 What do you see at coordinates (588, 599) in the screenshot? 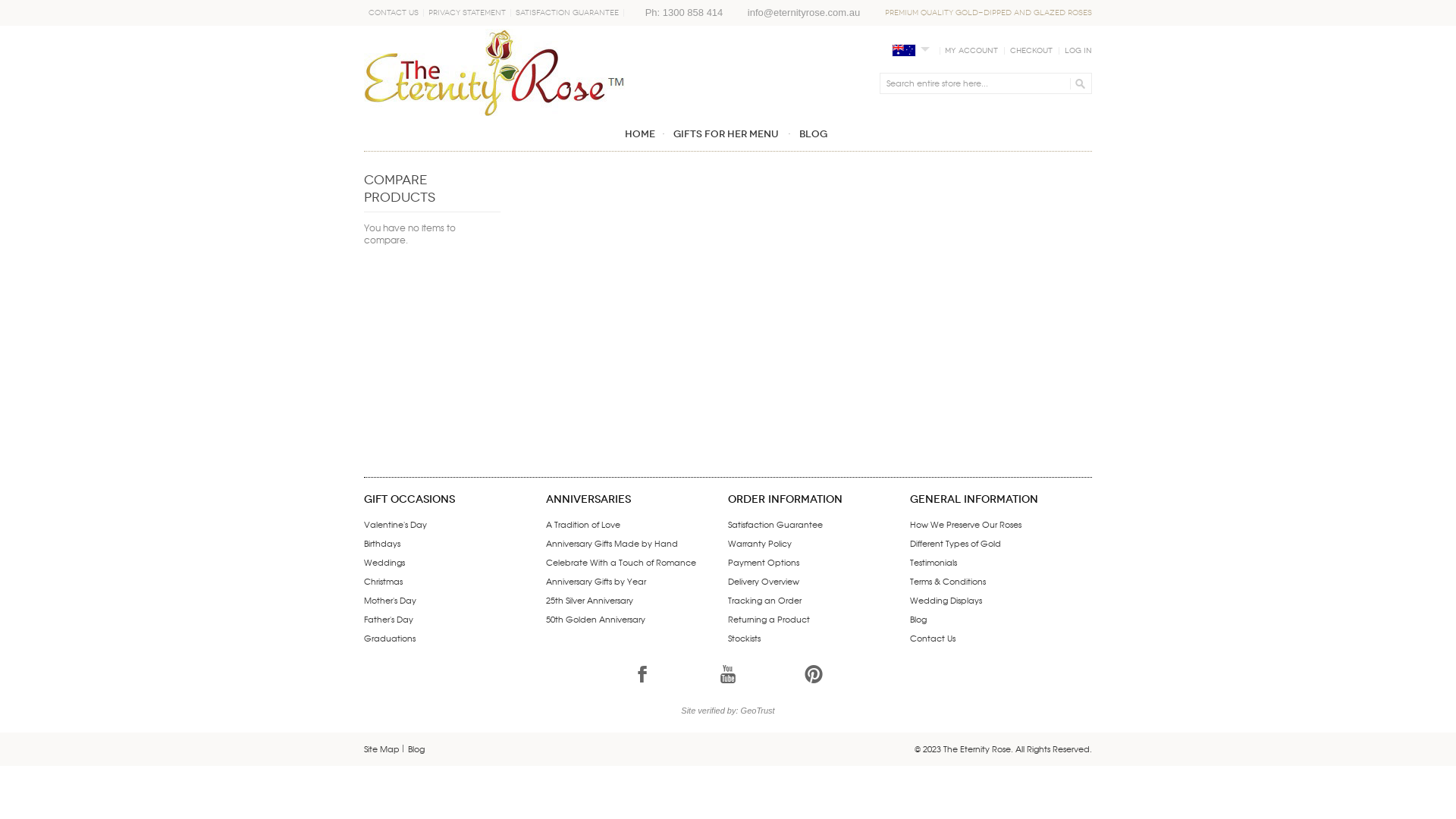
I see `'25th Silver Anniversary'` at bounding box center [588, 599].